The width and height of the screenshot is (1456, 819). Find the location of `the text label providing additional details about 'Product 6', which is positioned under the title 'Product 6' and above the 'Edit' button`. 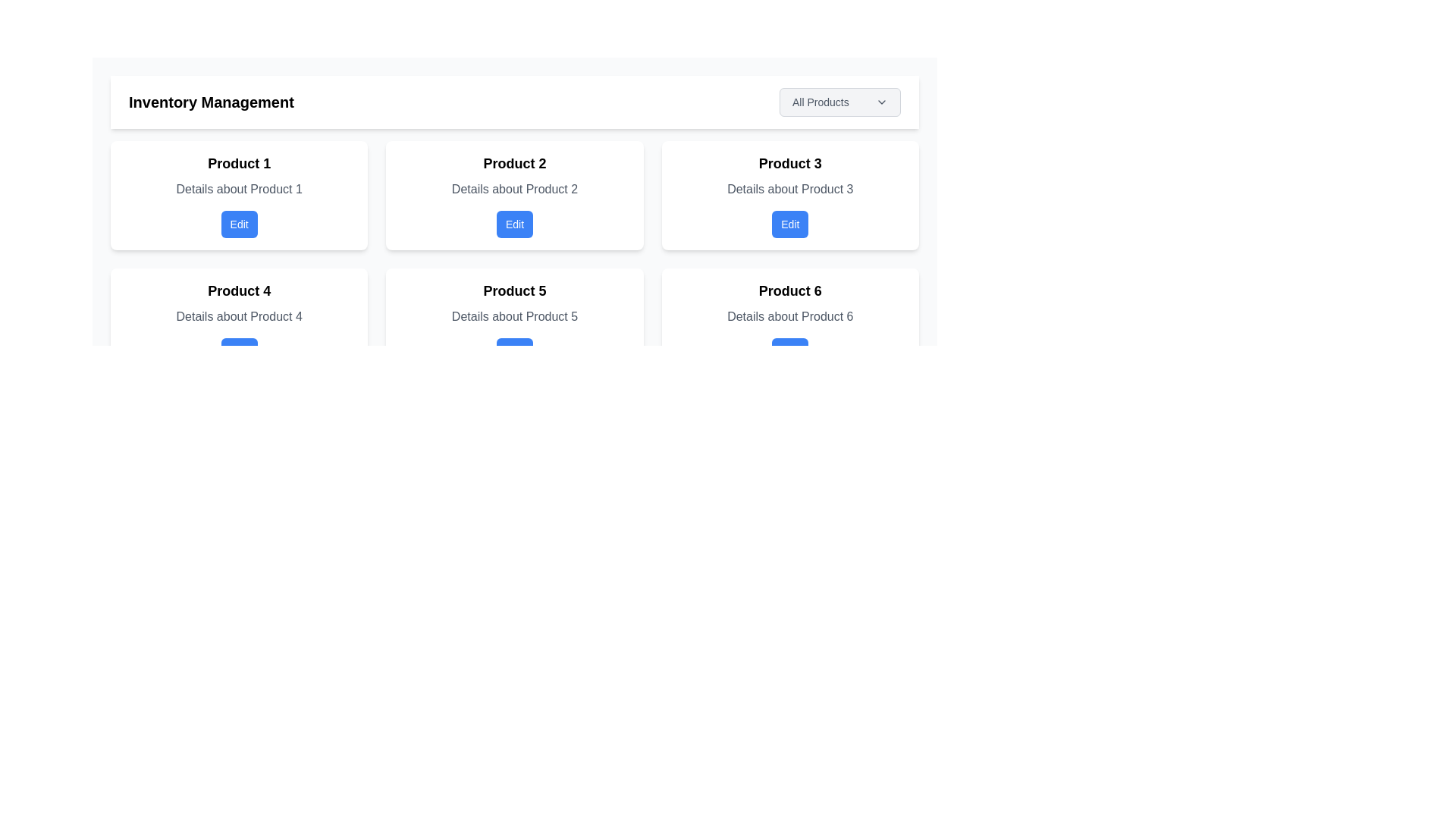

the text label providing additional details about 'Product 6', which is positioned under the title 'Product 6' and above the 'Edit' button is located at coordinates (789, 315).